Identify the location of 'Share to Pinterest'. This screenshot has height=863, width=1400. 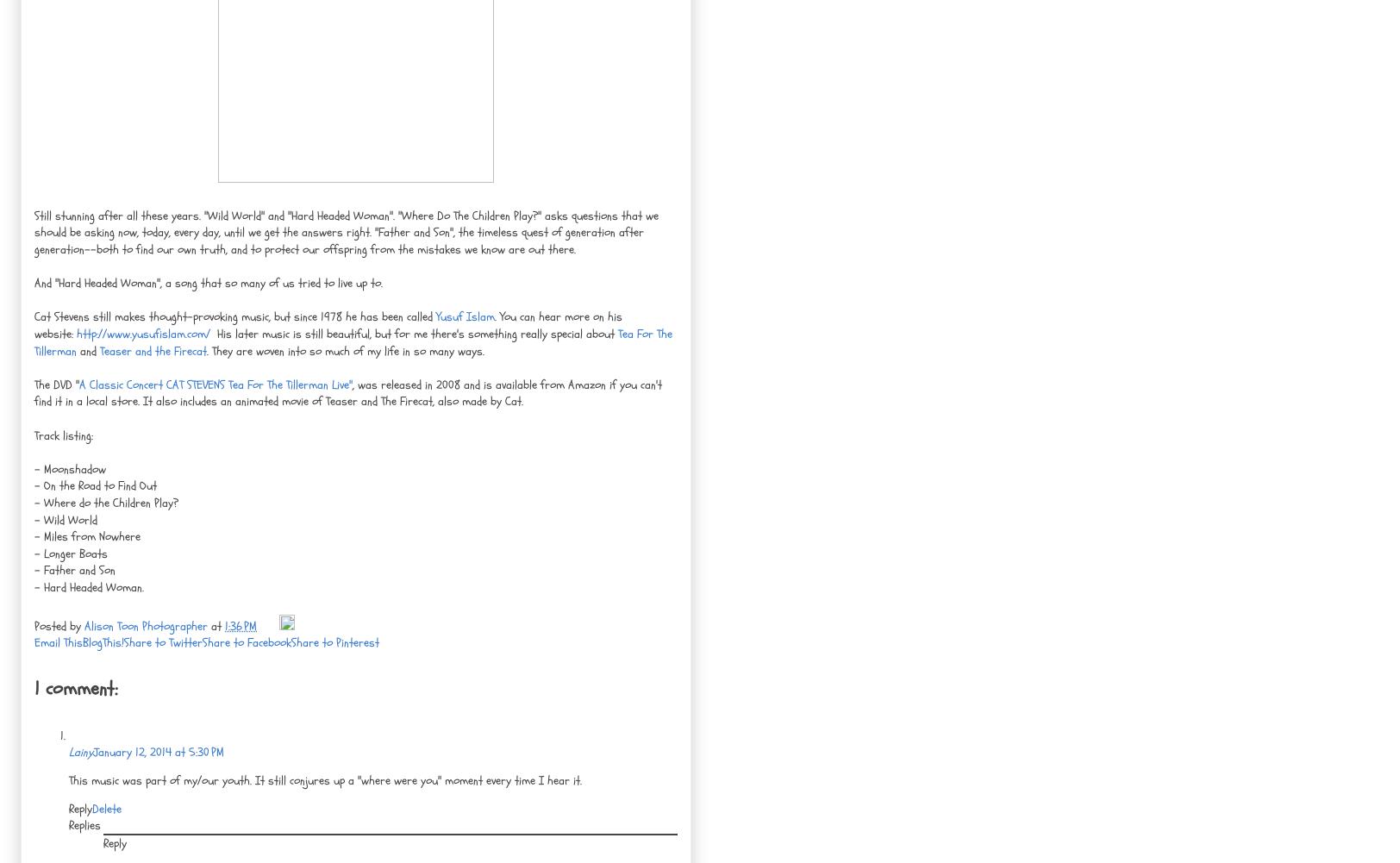
(334, 641).